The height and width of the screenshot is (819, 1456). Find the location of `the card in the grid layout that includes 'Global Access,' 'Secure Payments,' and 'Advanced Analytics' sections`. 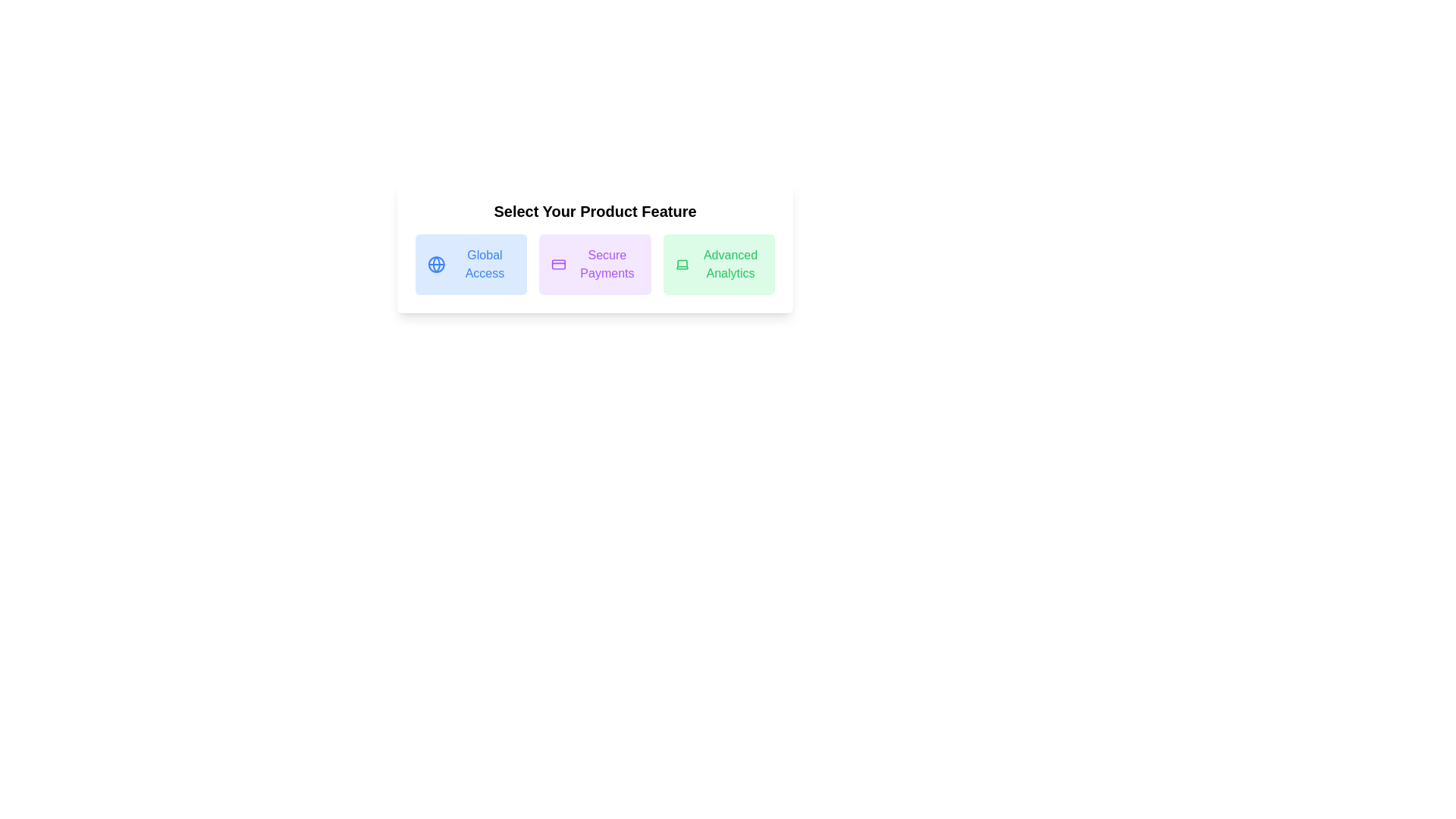

the card in the grid layout that includes 'Global Access,' 'Secure Payments,' and 'Advanced Analytics' sections is located at coordinates (595, 263).